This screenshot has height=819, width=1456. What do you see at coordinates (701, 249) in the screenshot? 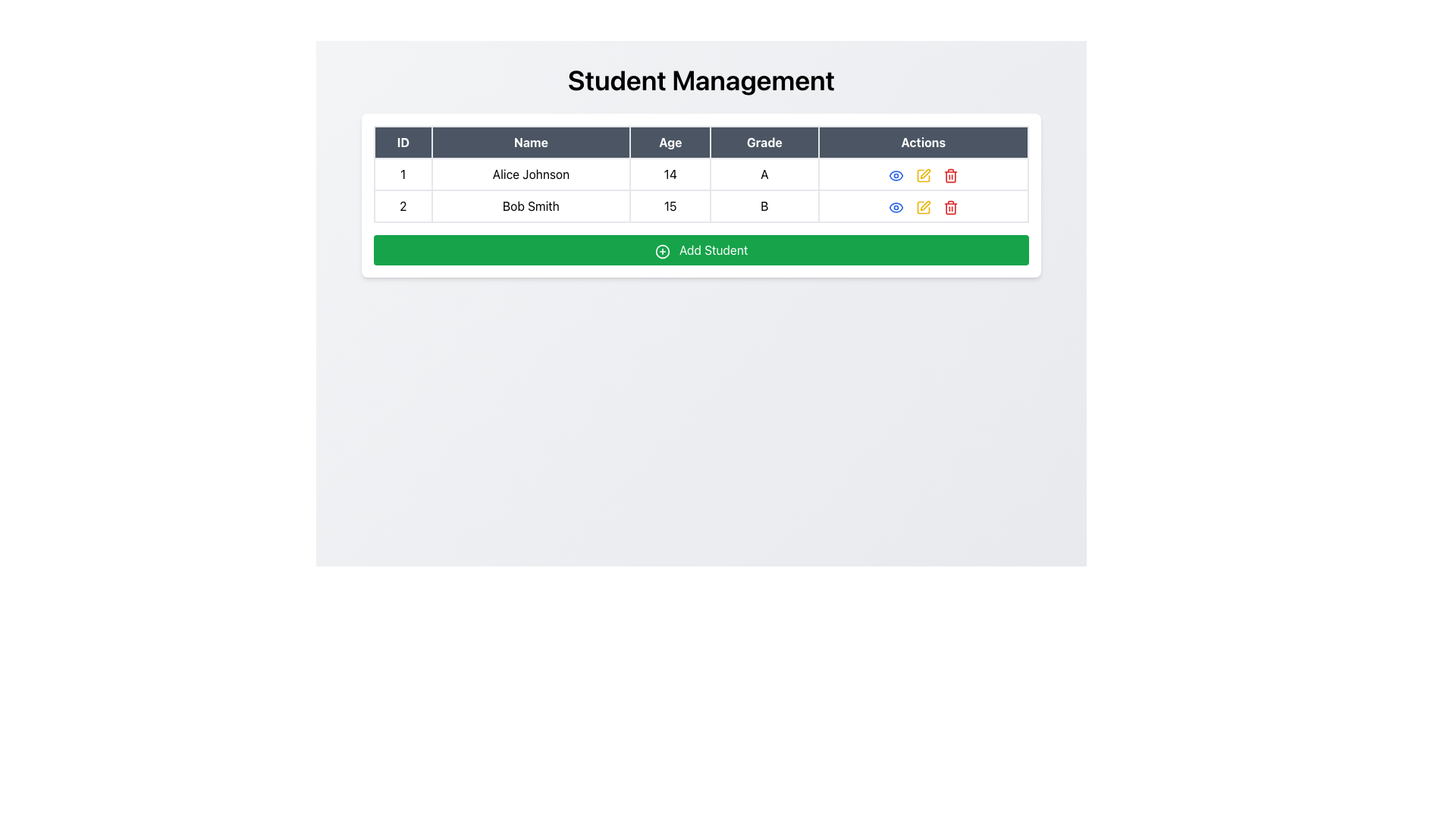
I see `the green button labeled 'Add Student' located below the table of students` at bounding box center [701, 249].